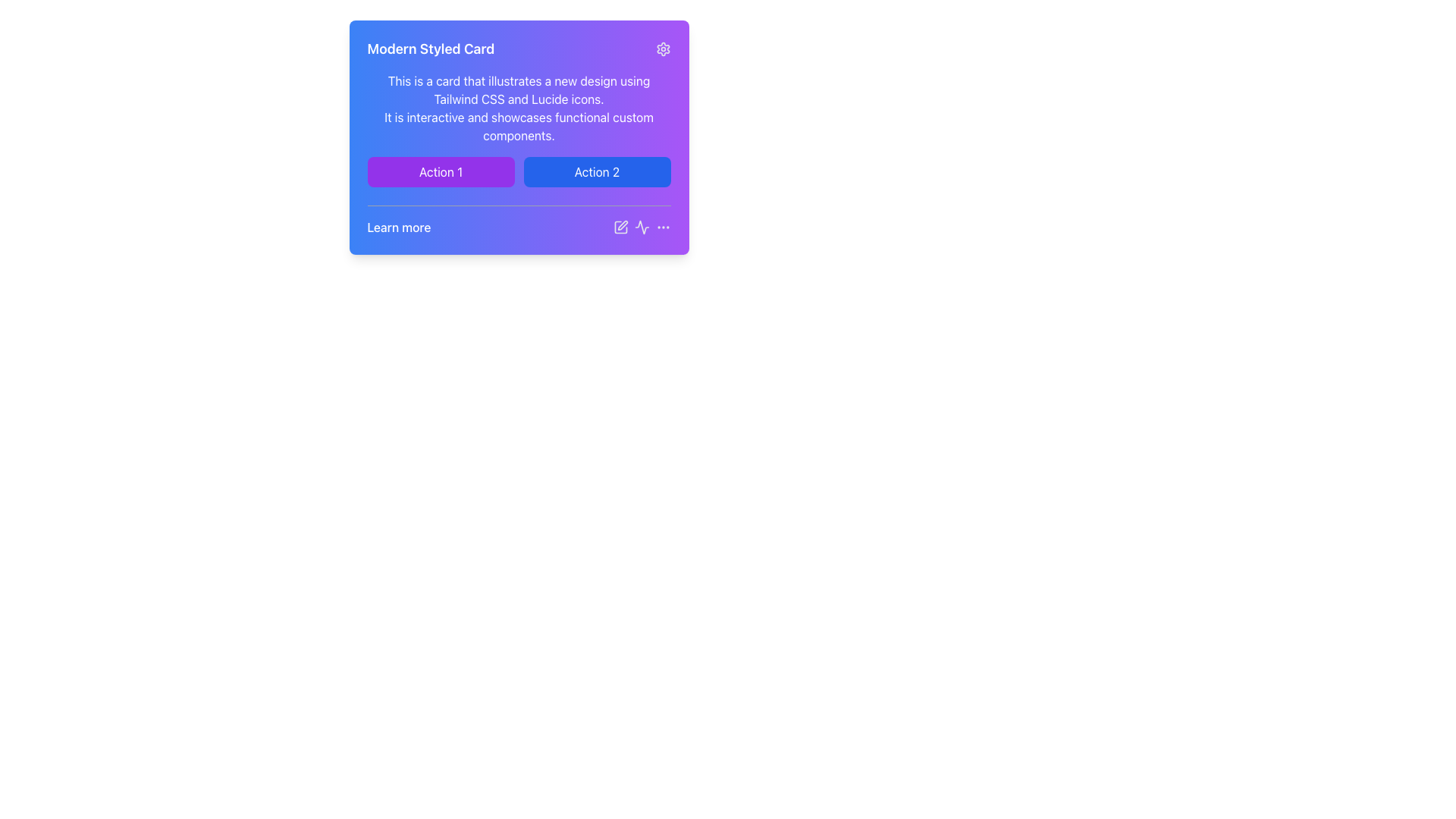 This screenshot has width=1456, height=819. What do you see at coordinates (399, 227) in the screenshot?
I see `the 'Learn more' hyperlink located at the bottom of the card component` at bounding box center [399, 227].